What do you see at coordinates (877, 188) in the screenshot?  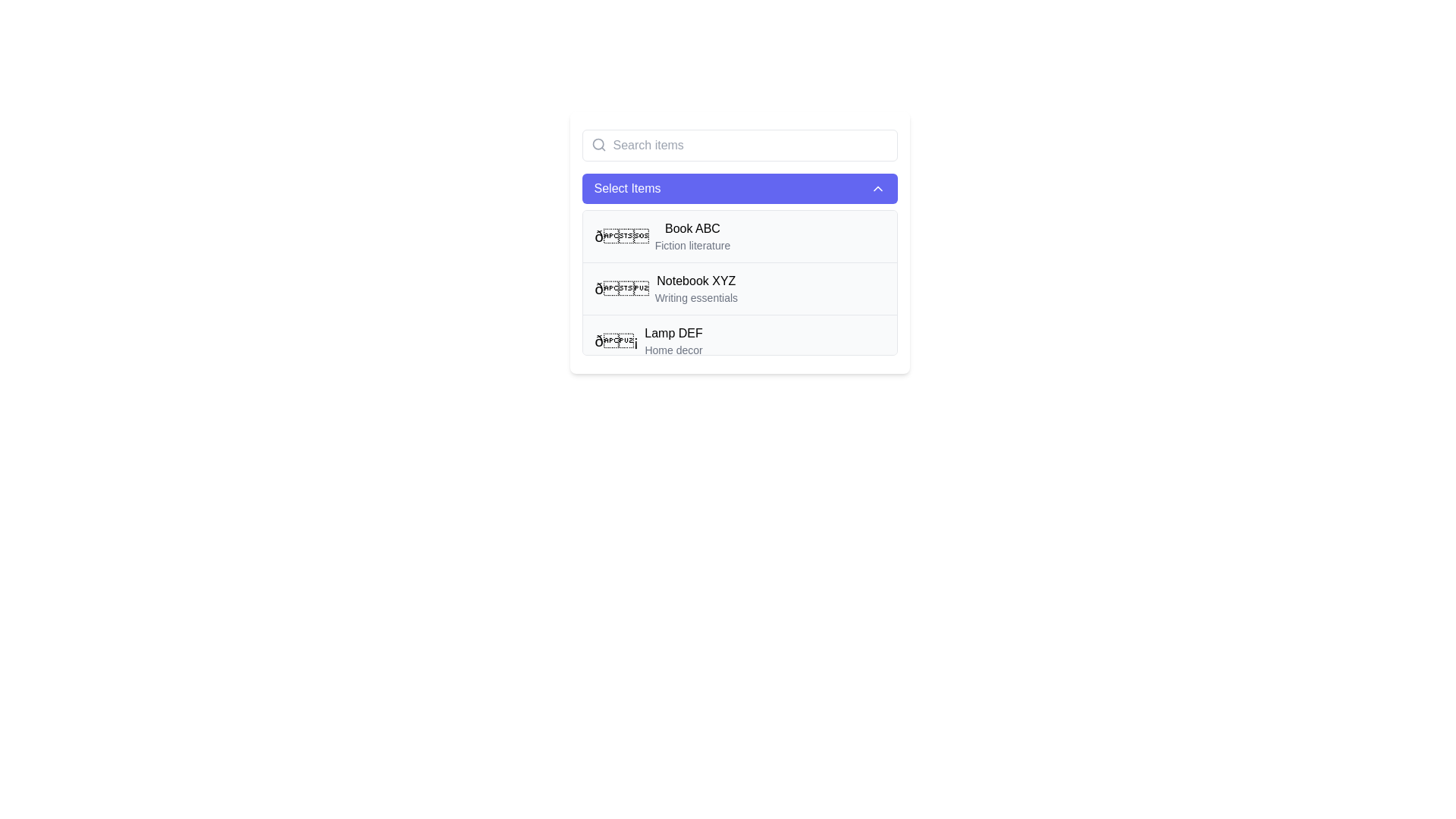 I see `the Chevron Up icon located on the right-hand side of the 'Select Items' button` at bounding box center [877, 188].